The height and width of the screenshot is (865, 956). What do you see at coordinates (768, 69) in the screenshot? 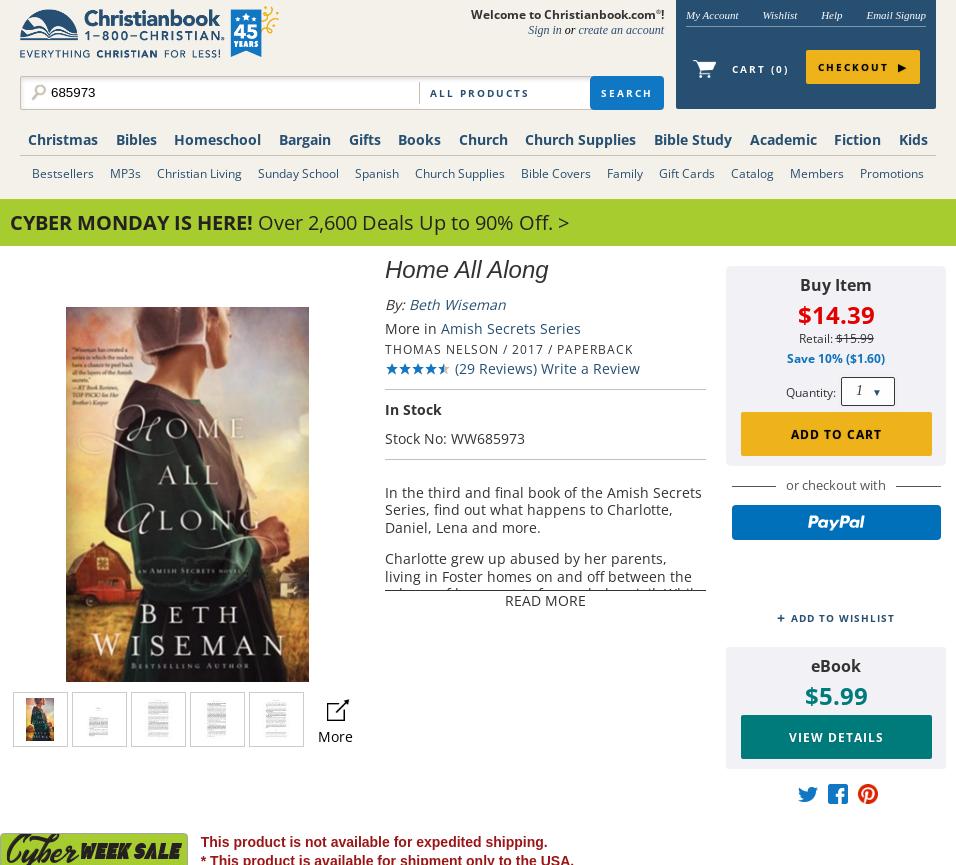
I see `'(0)'` at bounding box center [768, 69].